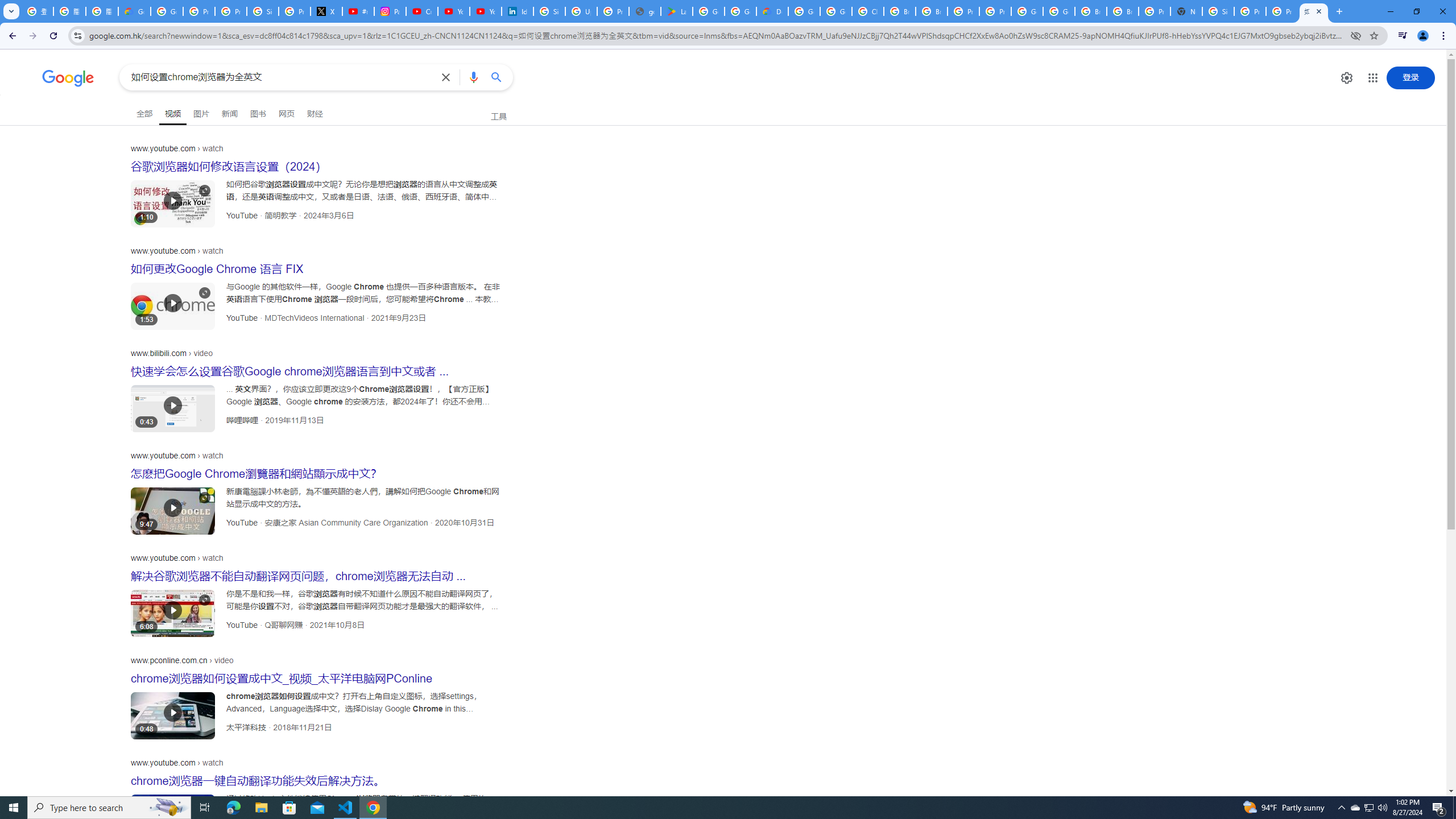 The width and height of the screenshot is (1456, 819). What do you see at coordinates (326, 11) in the screenshot?
I see `'X'` at bounding box center [326, 11].